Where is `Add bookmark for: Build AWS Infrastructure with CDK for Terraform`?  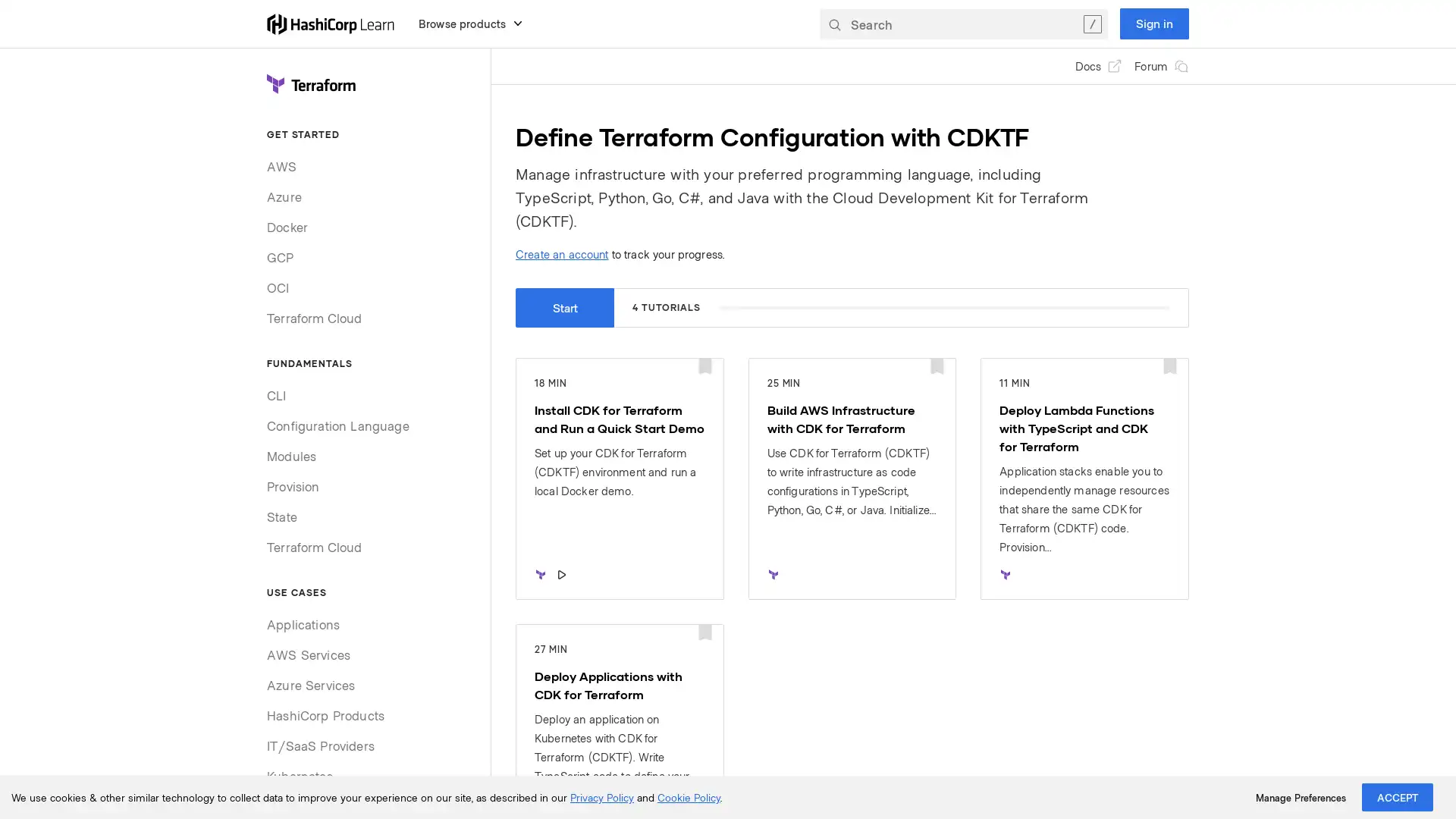
Add bookmark for: Build AWS Infrastructure with CDK for Terraform is located at coordinates (937, 367).